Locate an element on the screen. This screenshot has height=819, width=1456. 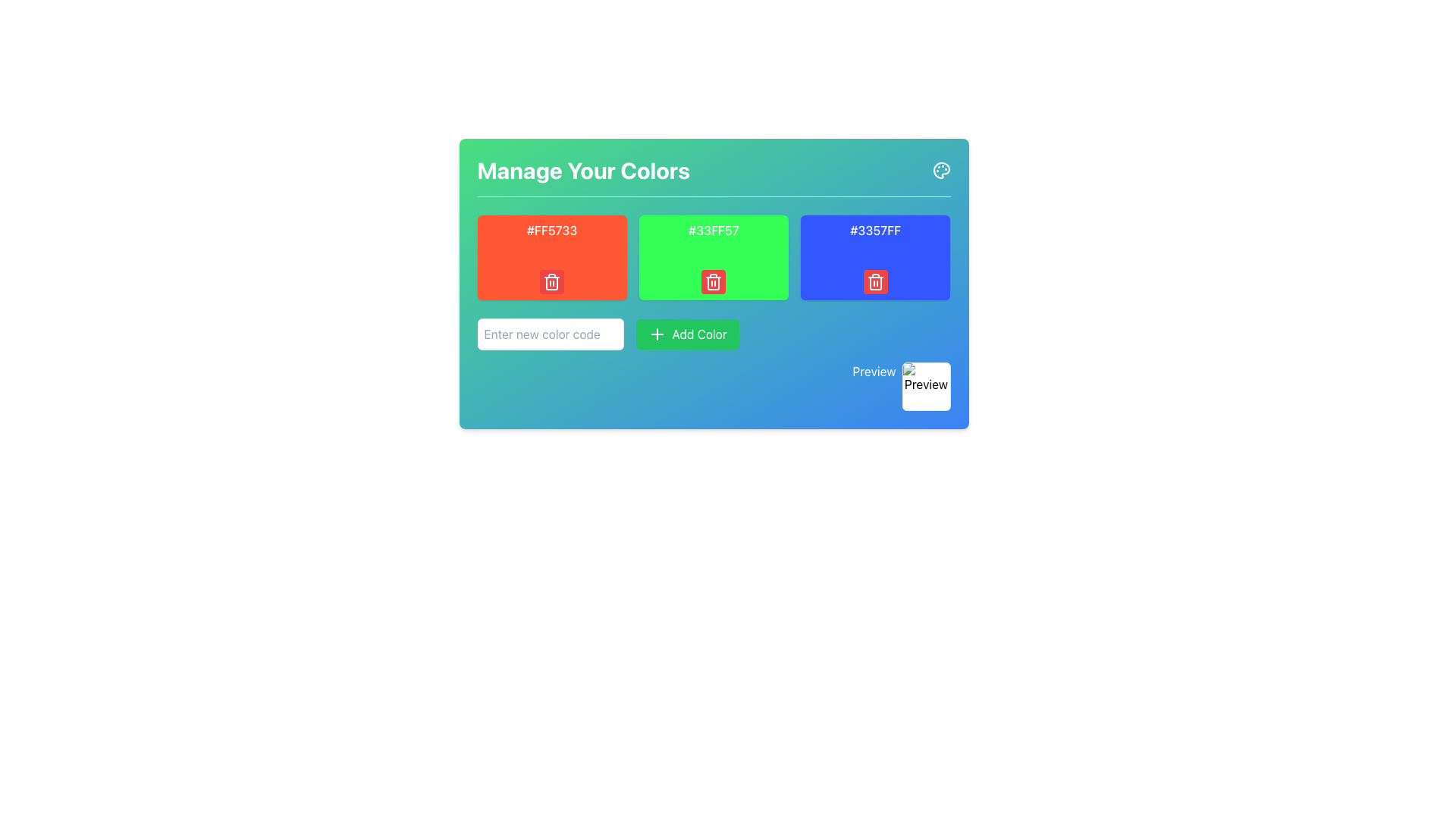
the Text Label that displays the color code, located centrally within the middle green card under the heading 'Manage Your Colors' is located at coordinates (713, 231).